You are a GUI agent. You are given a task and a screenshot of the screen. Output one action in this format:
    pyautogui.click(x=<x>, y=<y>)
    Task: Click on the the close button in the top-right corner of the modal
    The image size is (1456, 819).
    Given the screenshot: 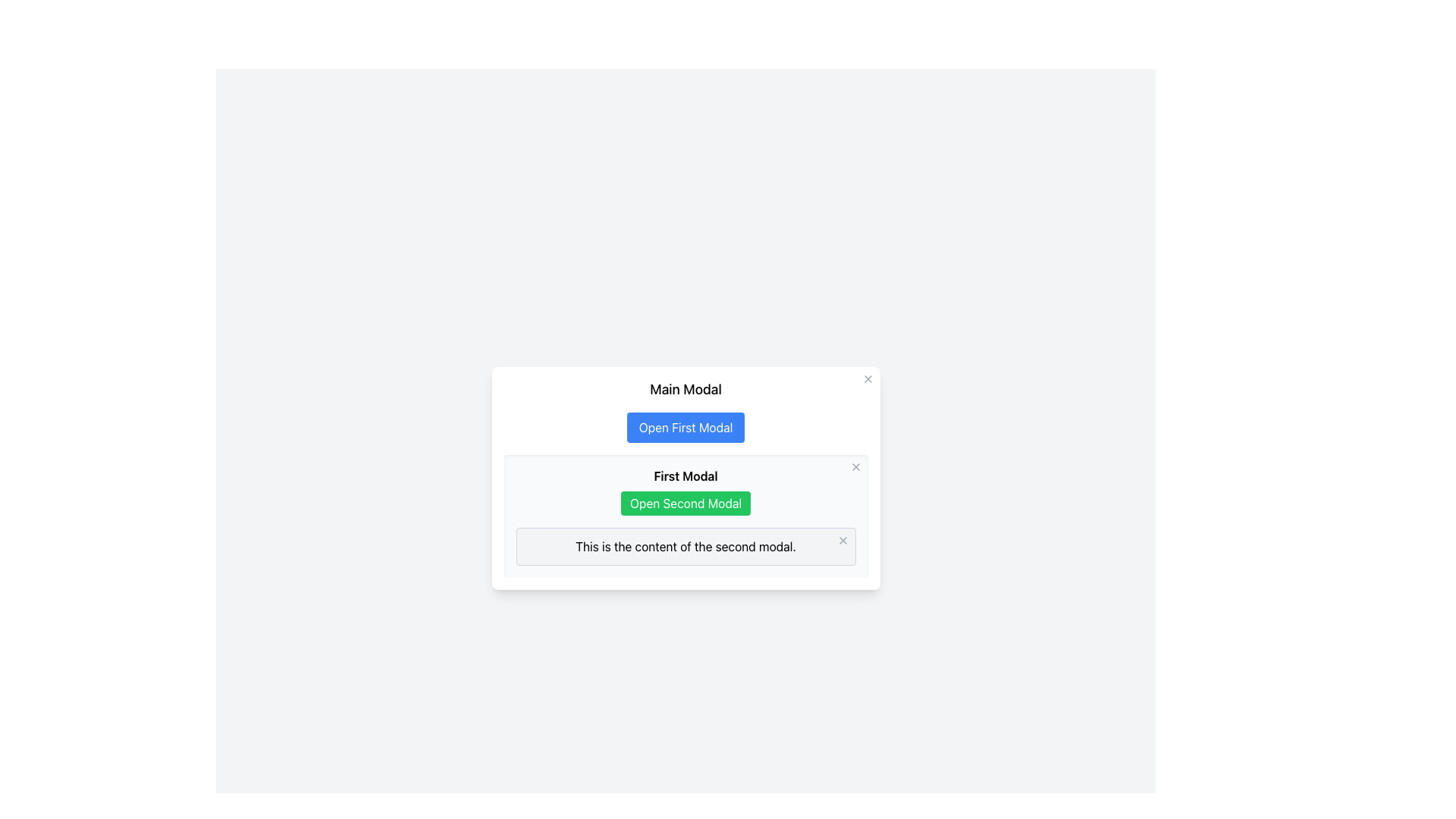 What is the action you would take?
    pyautogui.click(x=842, y=540)
    